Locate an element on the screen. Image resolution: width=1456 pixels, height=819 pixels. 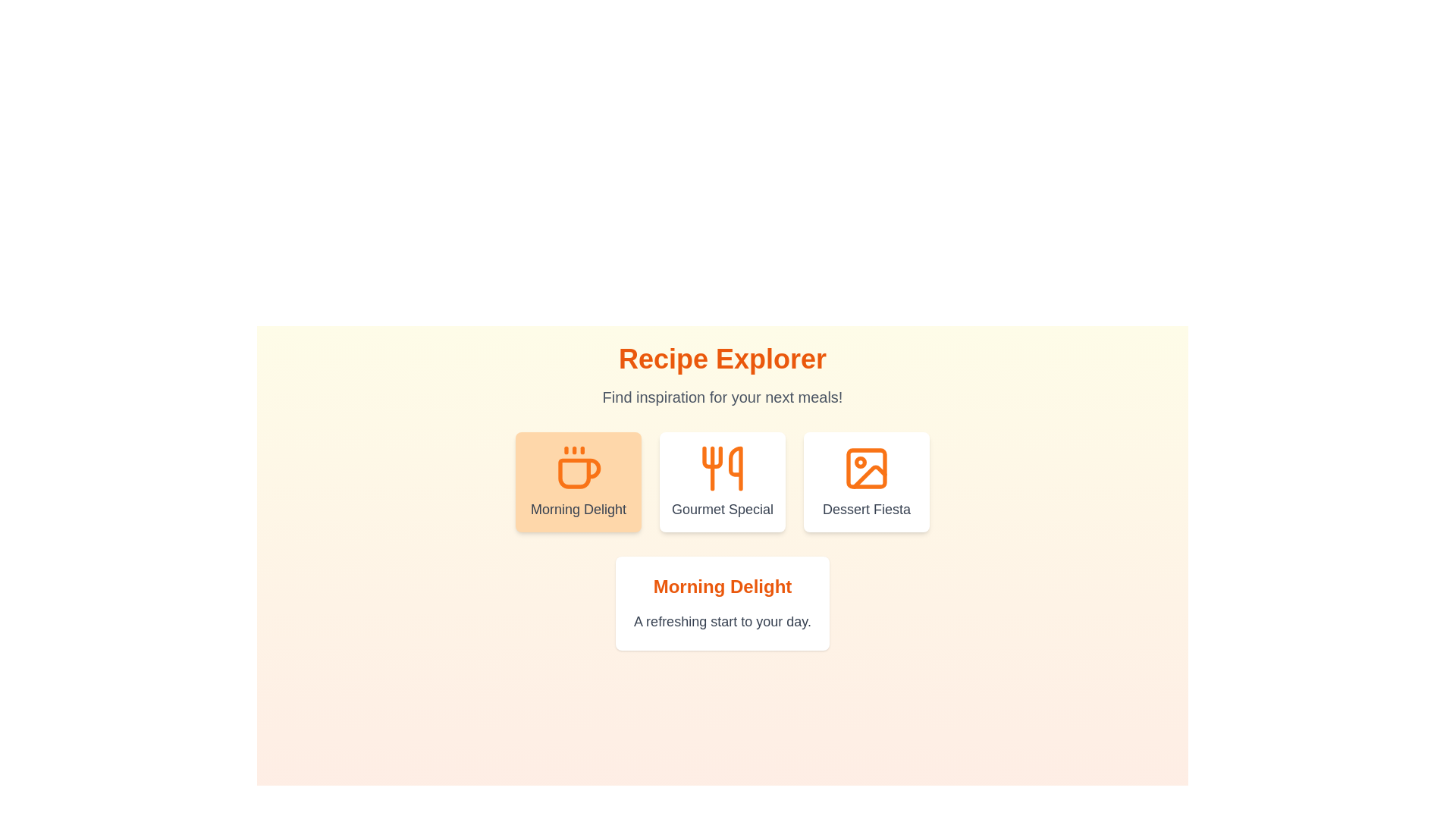
the central text label that serves as a title or heading, positioned above the text 'A refreshing start to your day.' is located at coordinates (722, 586).